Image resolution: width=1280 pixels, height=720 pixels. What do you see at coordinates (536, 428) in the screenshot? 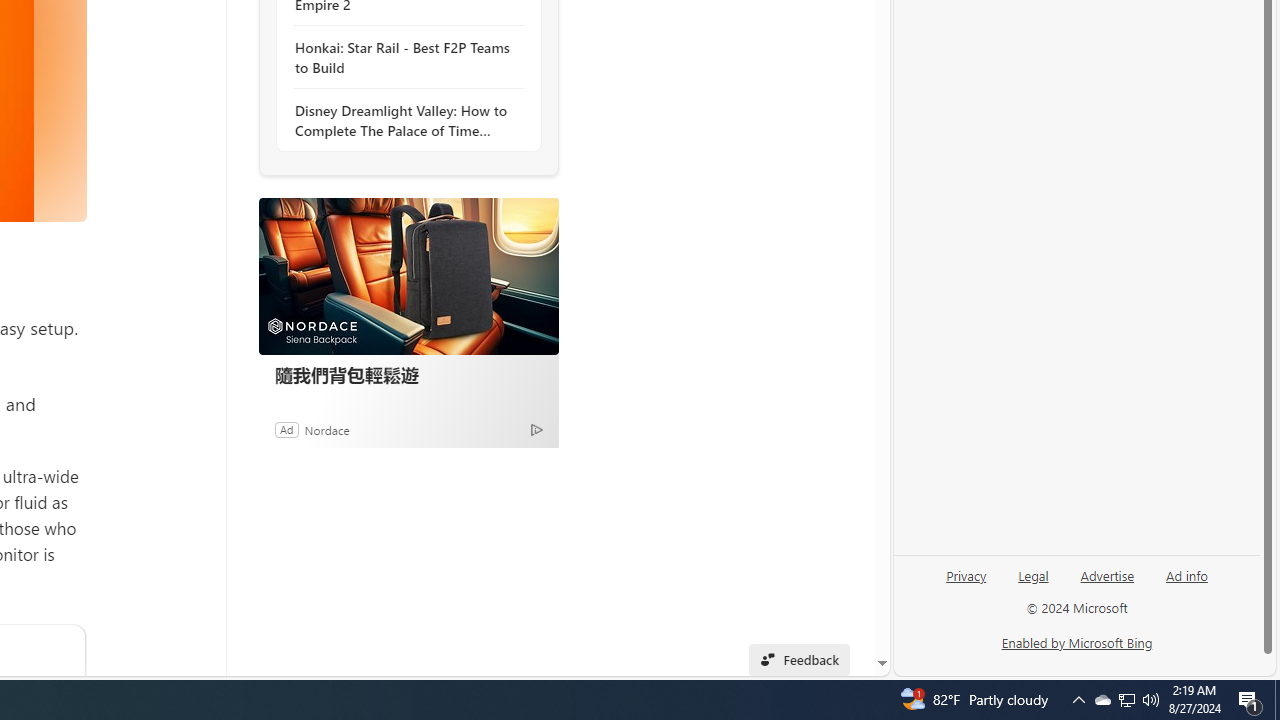
I see `'Ad Choice'` at bounding box center [536, 428].